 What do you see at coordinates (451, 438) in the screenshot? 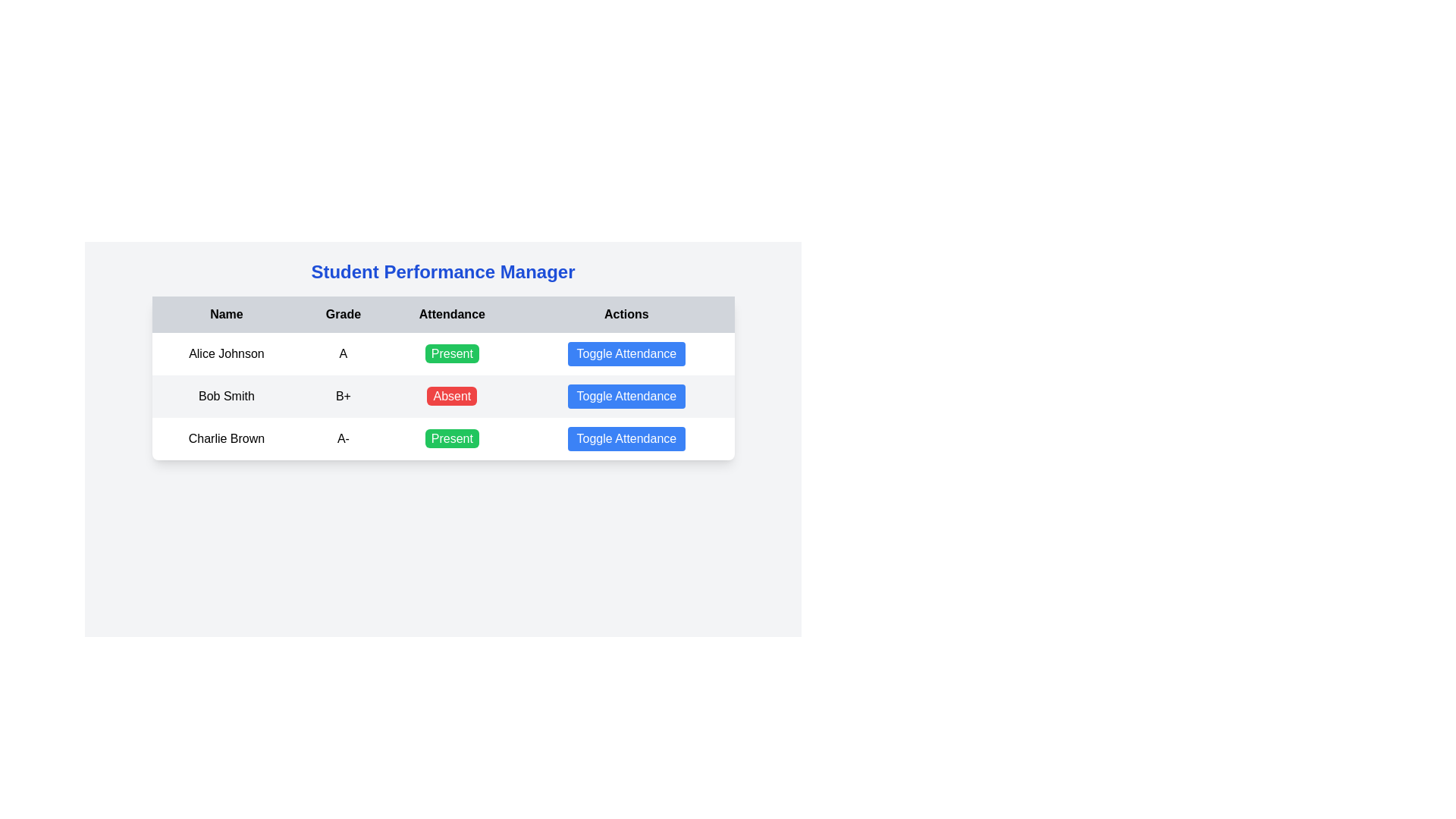
I see `the static text label indicating the attendance status as 'Present' located in the 'Attendance' column of the third row, adjacent to 'Charlie Brown' and to the left of the 'Toggle Attendance' button` at bounding box center [451, 438].